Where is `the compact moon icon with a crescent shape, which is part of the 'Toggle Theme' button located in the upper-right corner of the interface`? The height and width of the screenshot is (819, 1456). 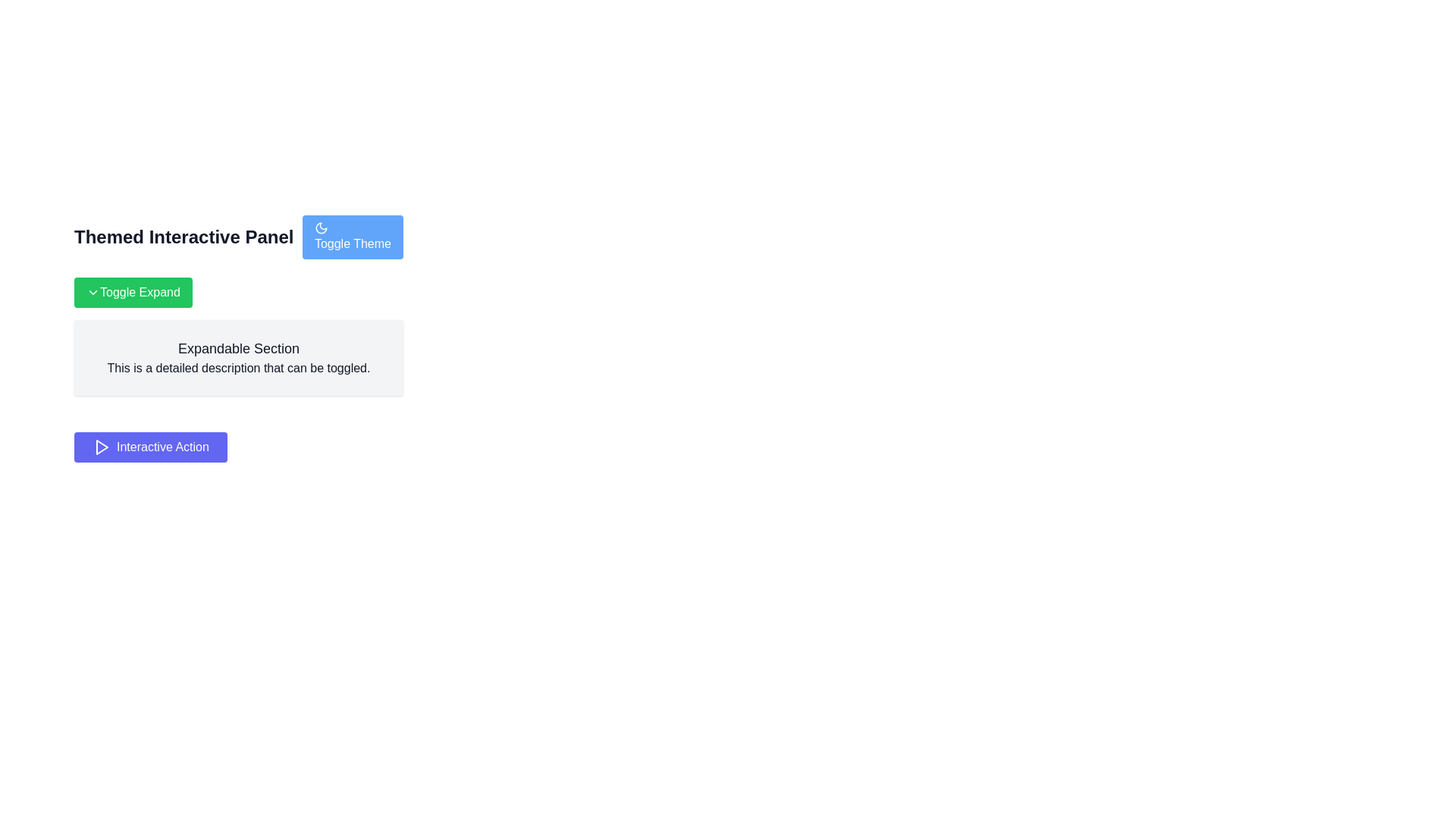 the compact moon icon with a crescent shape, which is part of the 'Toggle Theme' button located in the upper-right corner of the interface is located at coordinates (320, 227).